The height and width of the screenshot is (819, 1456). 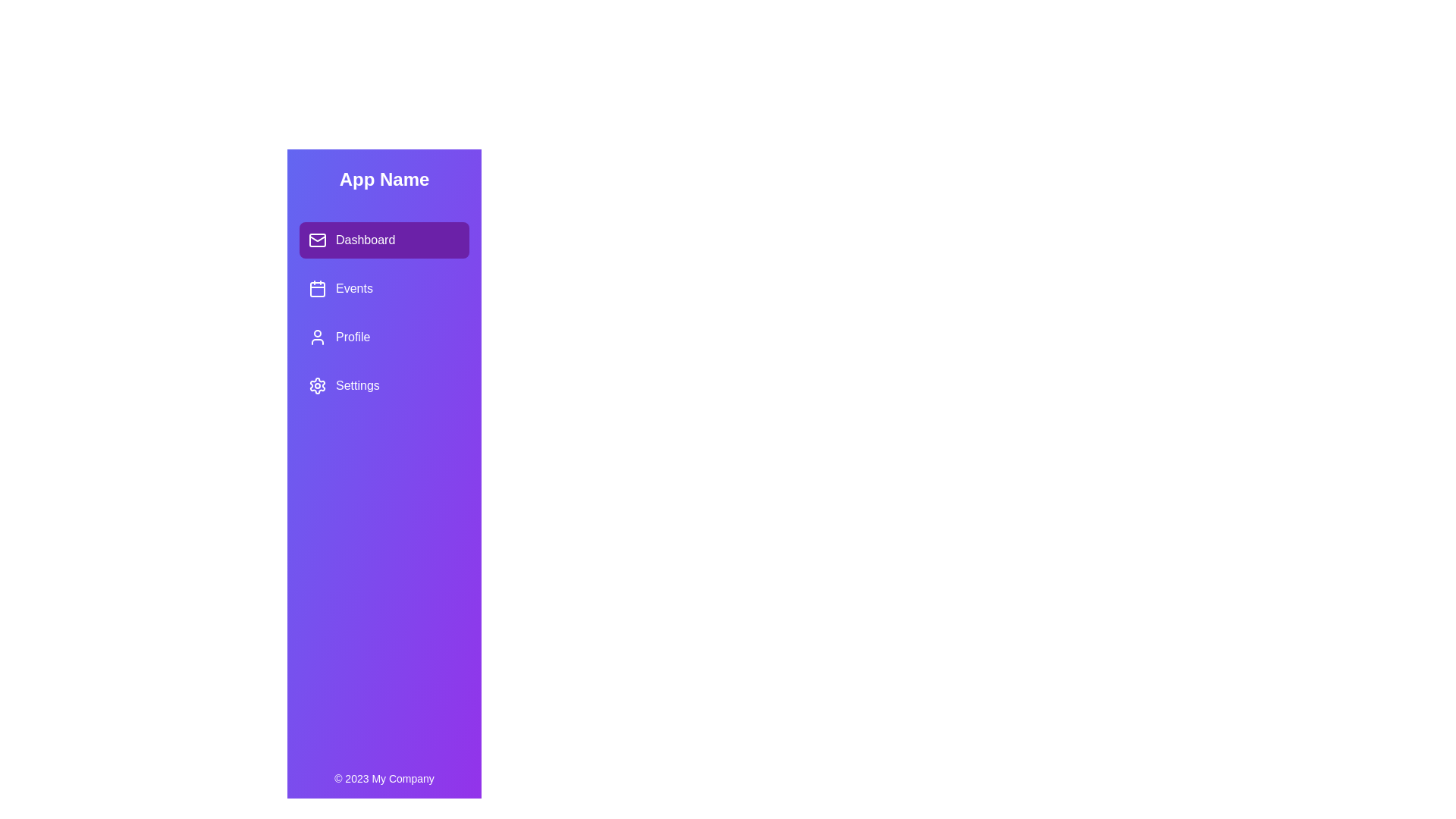 What do you see at coordinates (384, 778) in the screenshot?
I see `the footer text to display additional information` at bounding box center [384, 778].